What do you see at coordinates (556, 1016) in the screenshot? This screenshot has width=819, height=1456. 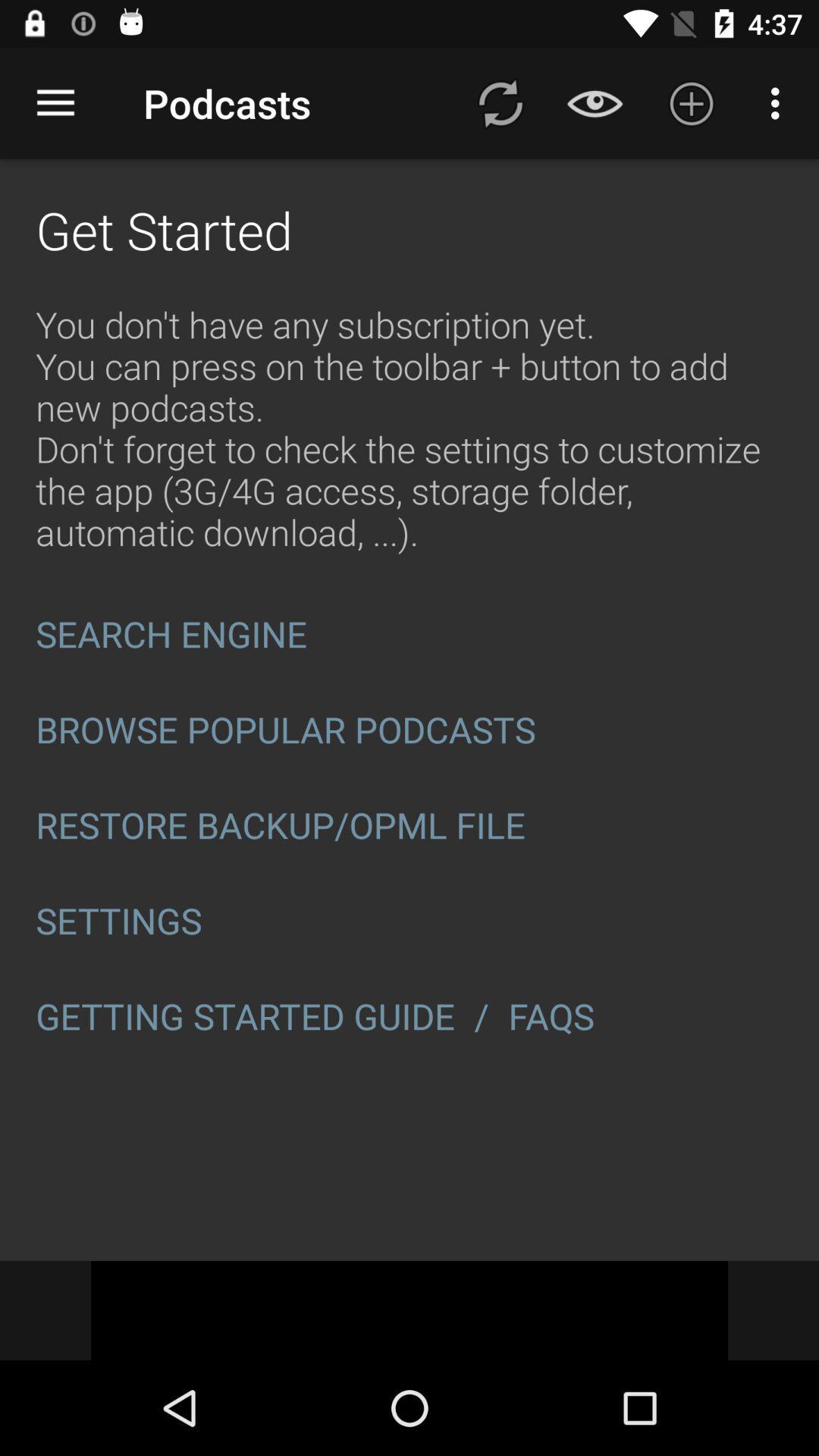 I see `faqs at the bottom right corner` at bounding box center [556, 1016].